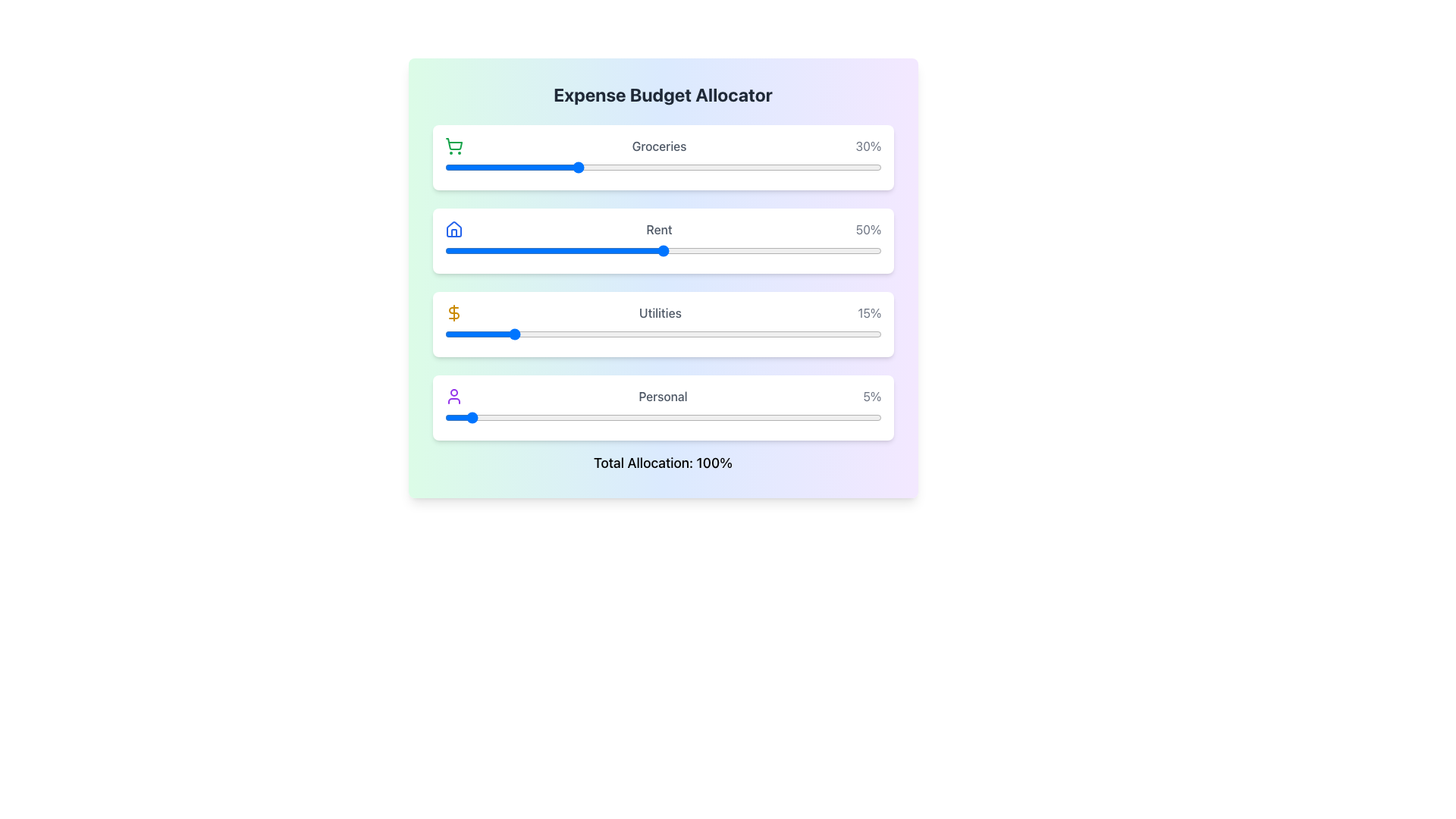 The image size is (1456, 819). I want to click on the Labeled Budget Indicator for the 'Personal' category located in the 'Expense Budget Allocator' panel, so click(663, 396).